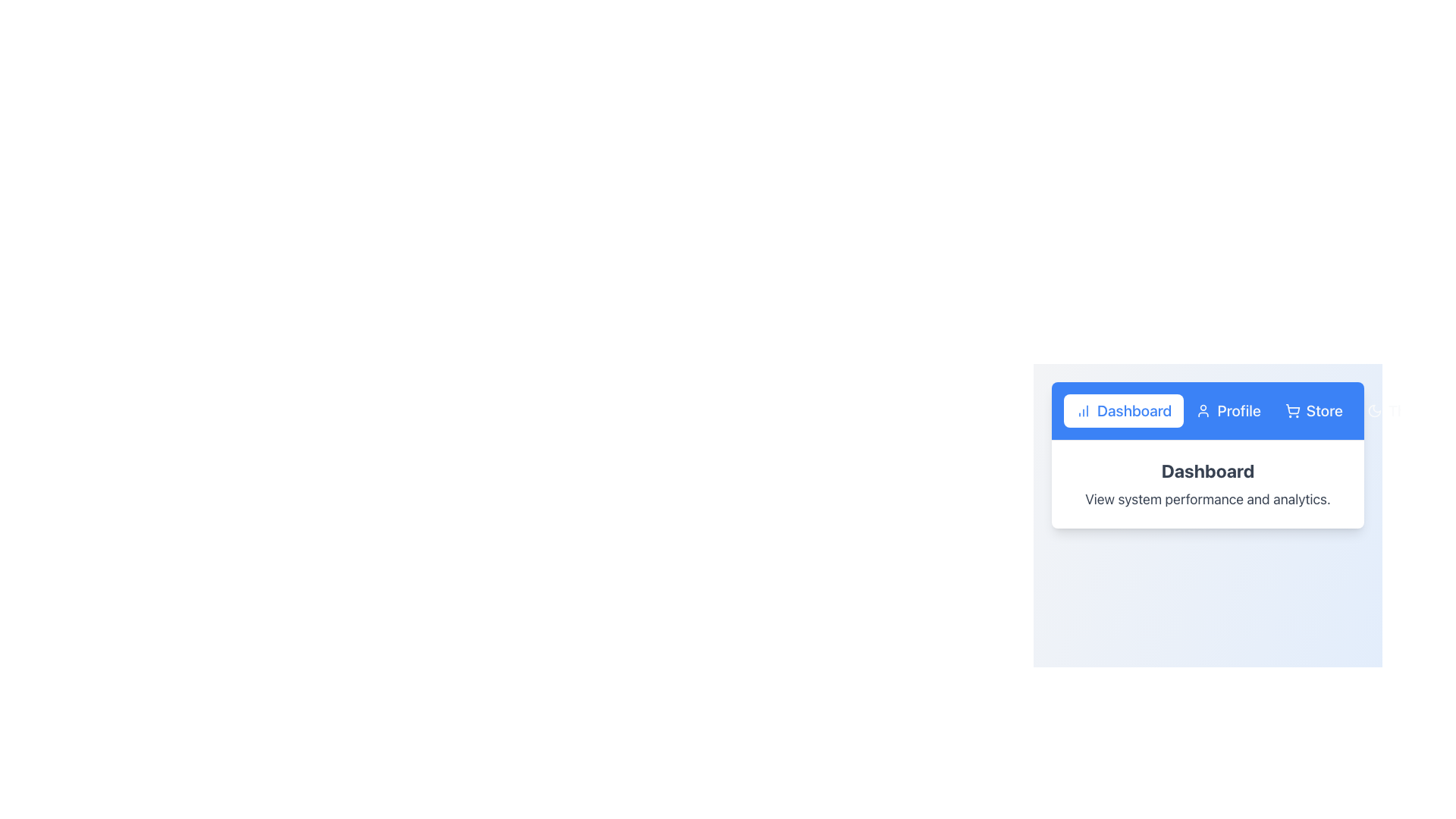 This screenshot has height=819, width=1456. I want to click on the shopping cart icon located in the 'Store' segment of the horizontal navigation bar, which is the third graphical shape among its siblings, so click(1291, 408).